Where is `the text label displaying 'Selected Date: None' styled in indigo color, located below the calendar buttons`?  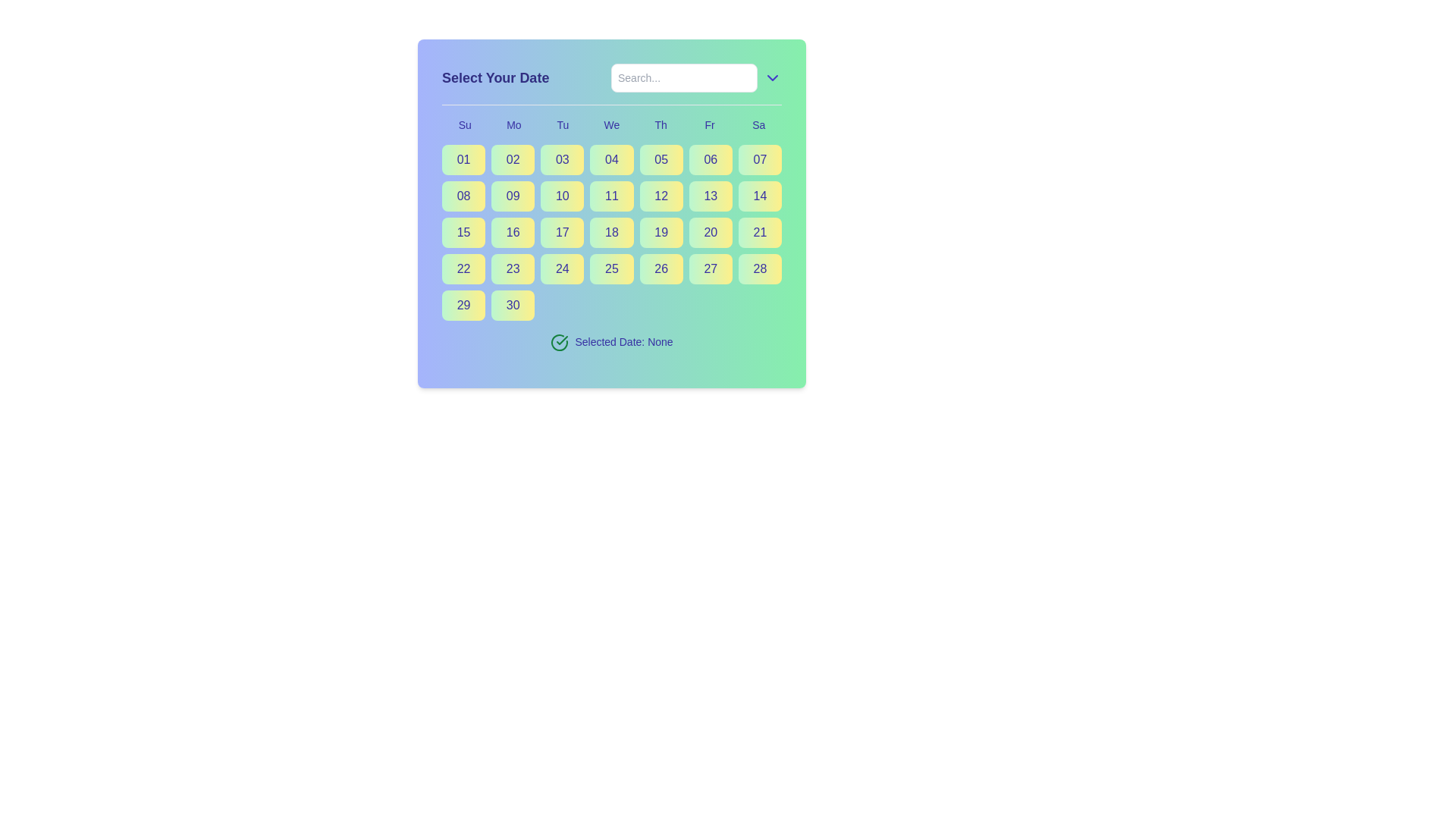 the text label displaying 'Selected Date: None' styled in indigo color, located below the calendar buttons is located at coordinates (623, 342).